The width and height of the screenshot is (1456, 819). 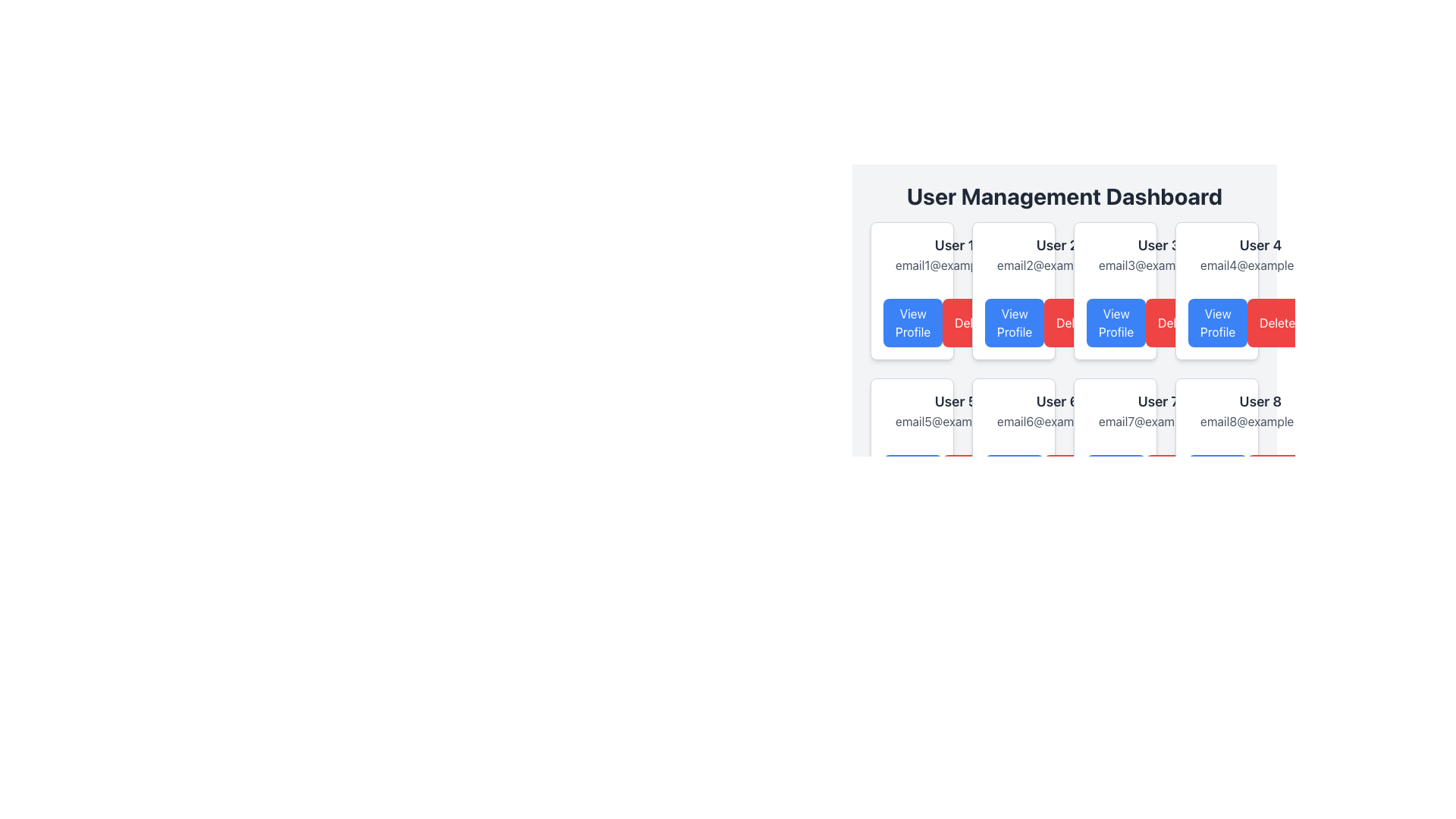 What do you see at coordinates (1056, 245) in the screenshot?
I see `the user name text label located in the upper-left corner of the user information card` at bounding box center [1056, 245].